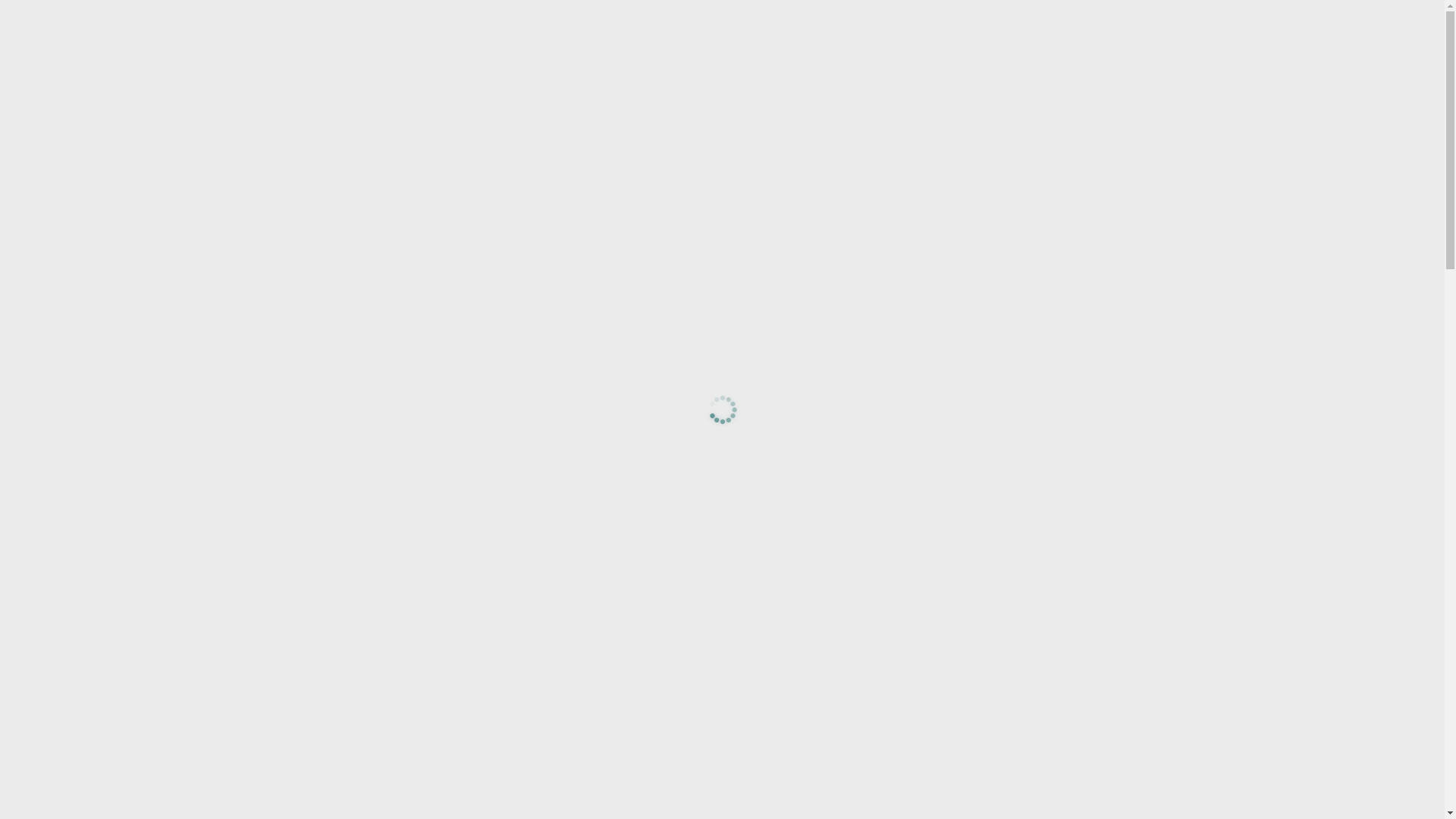  Describe the element at coordinates (1046, 62) in the screenshot. I see `'Support'` at that location.